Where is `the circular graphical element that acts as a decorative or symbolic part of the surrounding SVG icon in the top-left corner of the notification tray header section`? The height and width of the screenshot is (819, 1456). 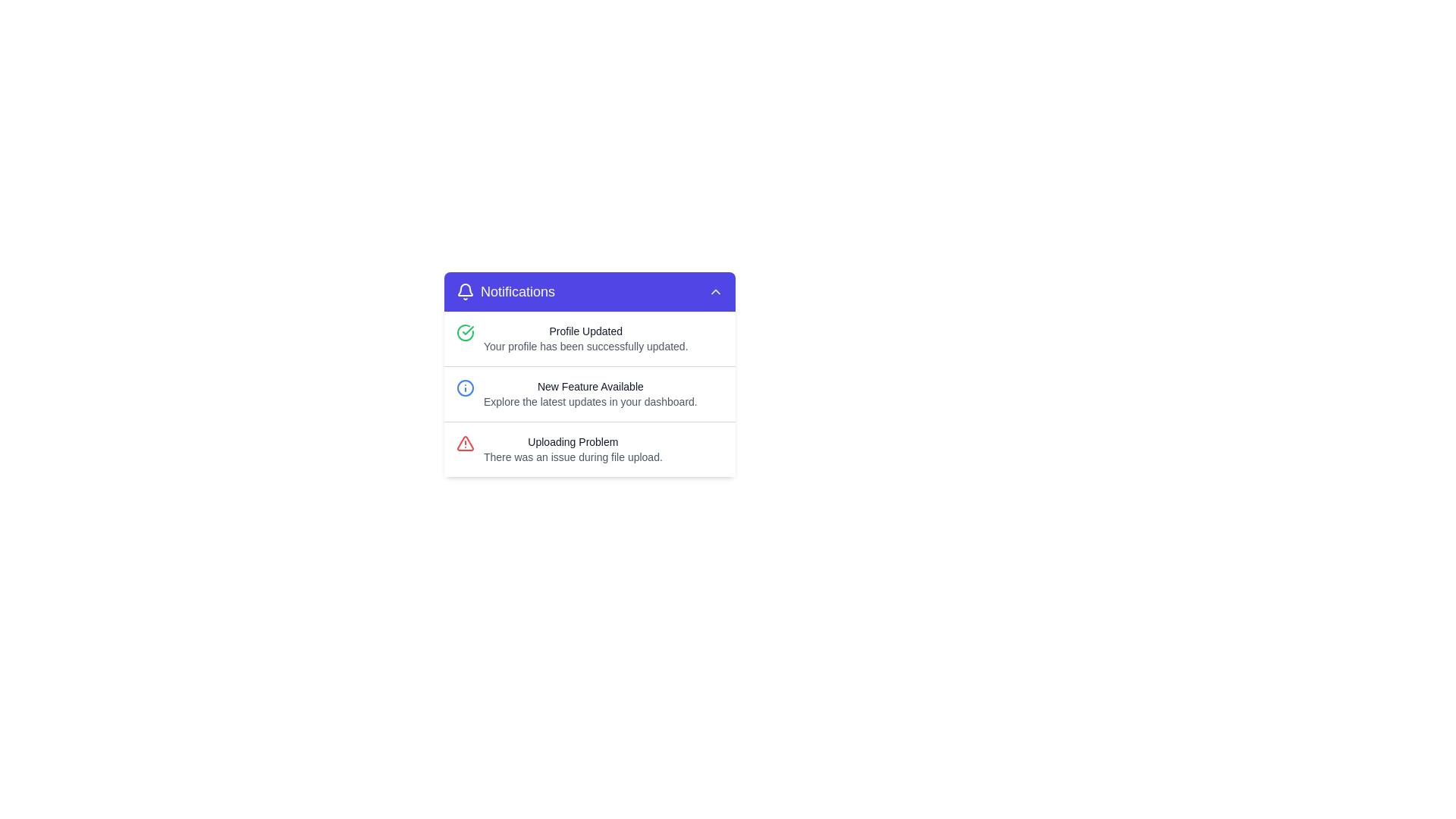 the circular graphical element that acts as a decorative or symbolic part of the surrounding SVG icon in the top-left corner of the notification tray header section is located at coordinates (465, 388).